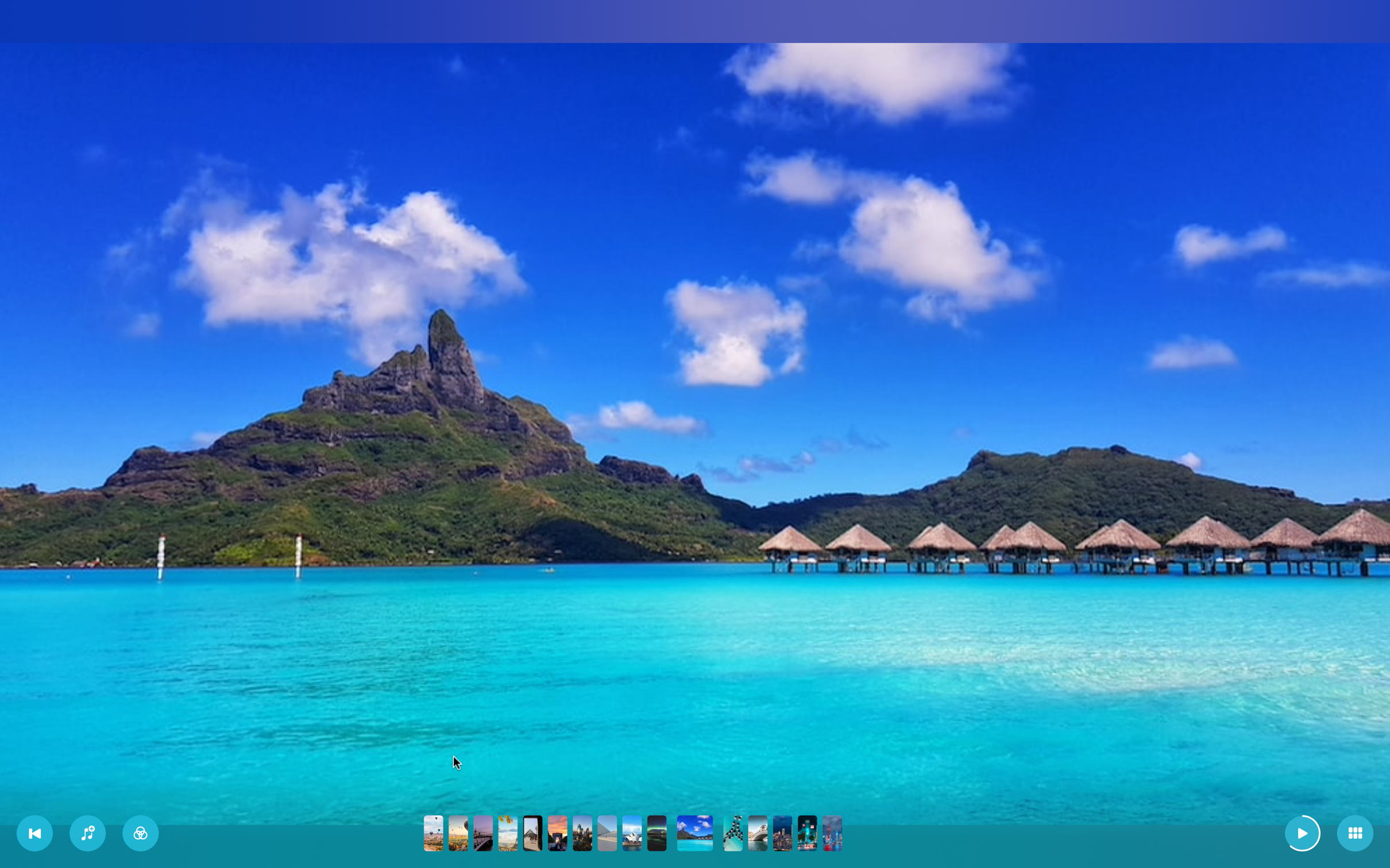 The image size is (1390, 868). I want to click on Add the second filter to the slideshow, so click(141, 832).